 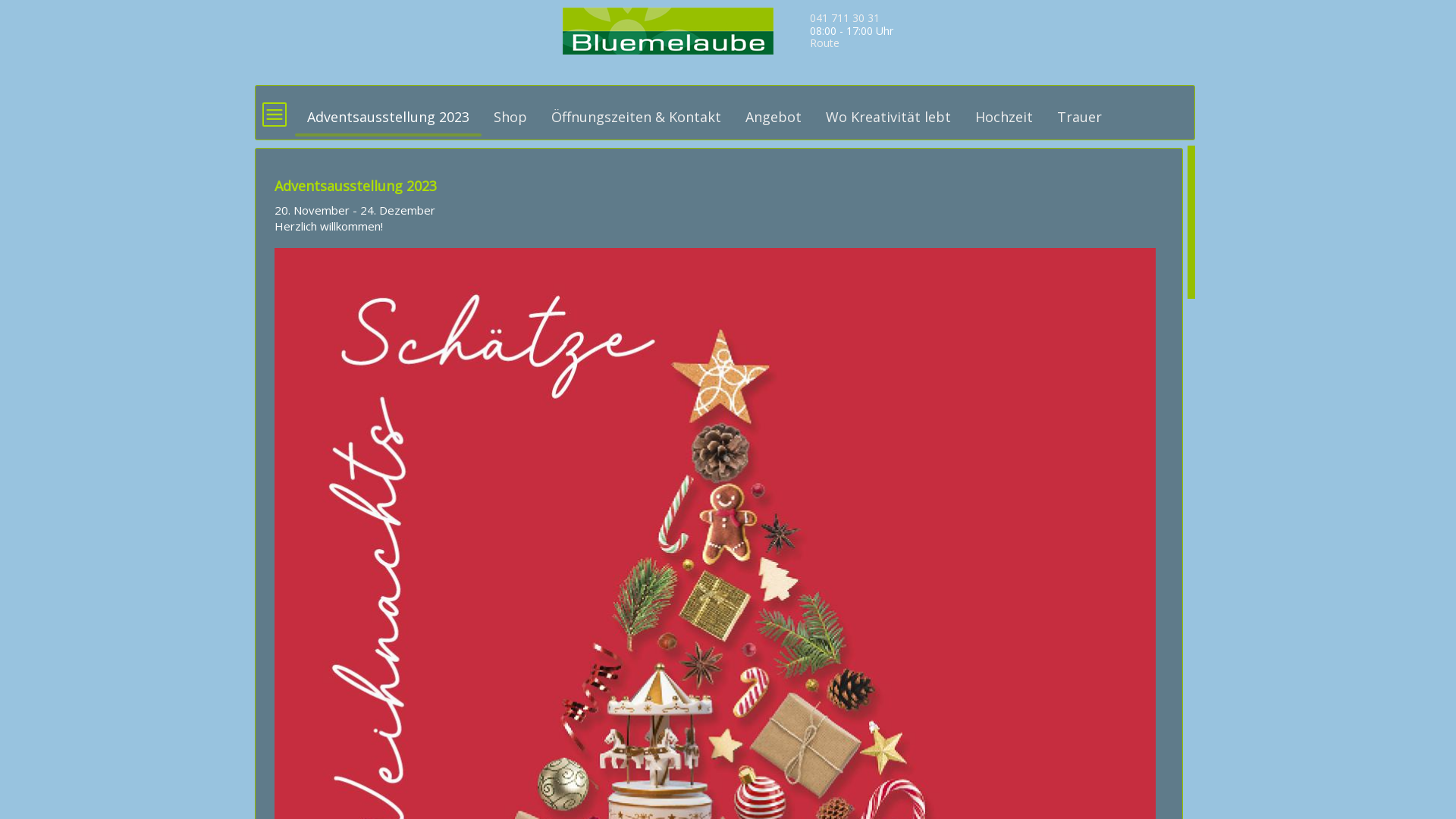 What do you see at coordinates (733, 109) in the screenshot?
I see `'Angebot'` at bounding box center [733, 109].